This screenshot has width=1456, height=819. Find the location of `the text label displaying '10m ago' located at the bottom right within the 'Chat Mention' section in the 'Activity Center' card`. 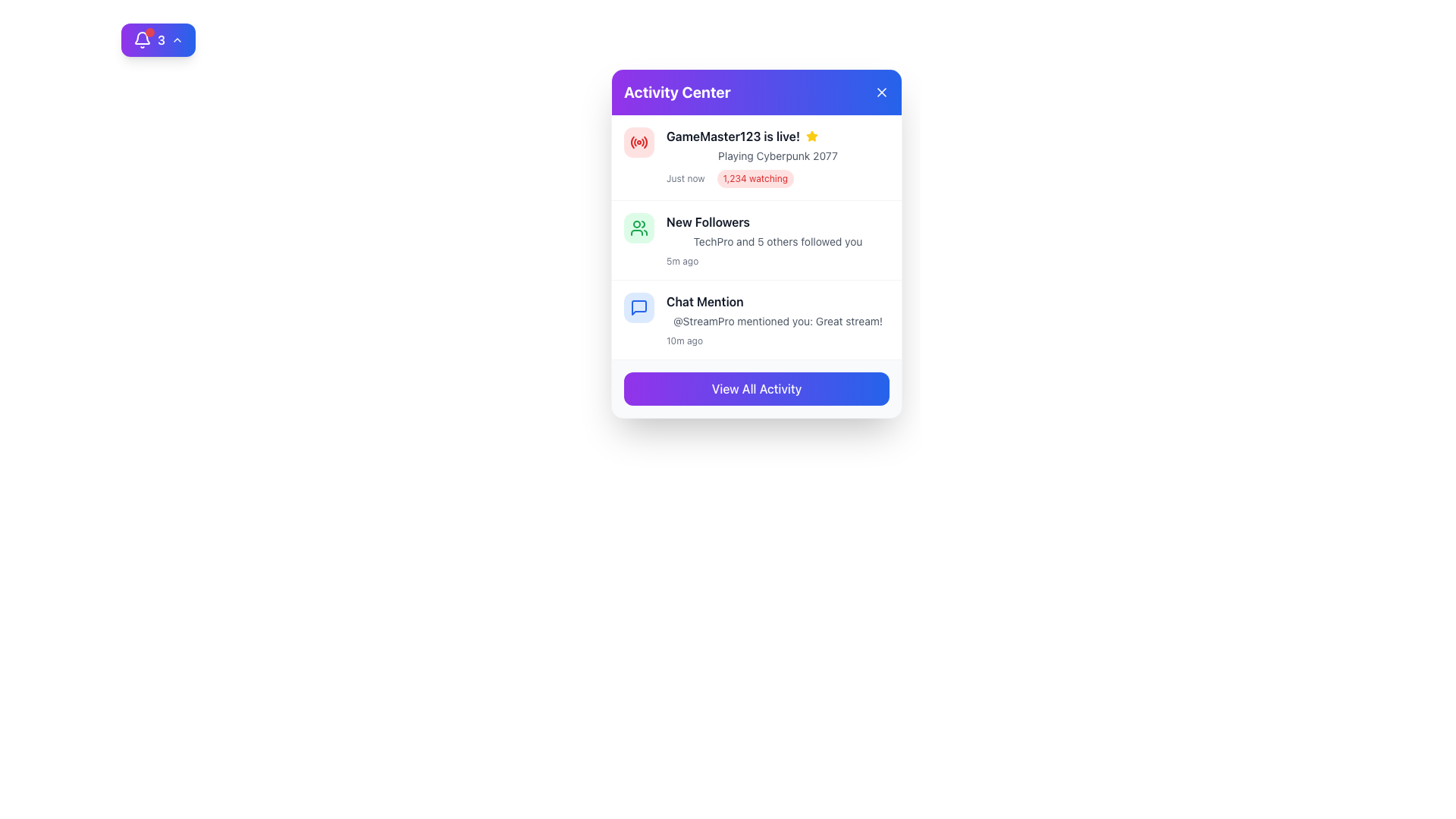

the text label displaying '10m ago' located at the bottom right within the 'Chat Mention' section in the 'Activity Center' card is located at coordinates (683, 341).